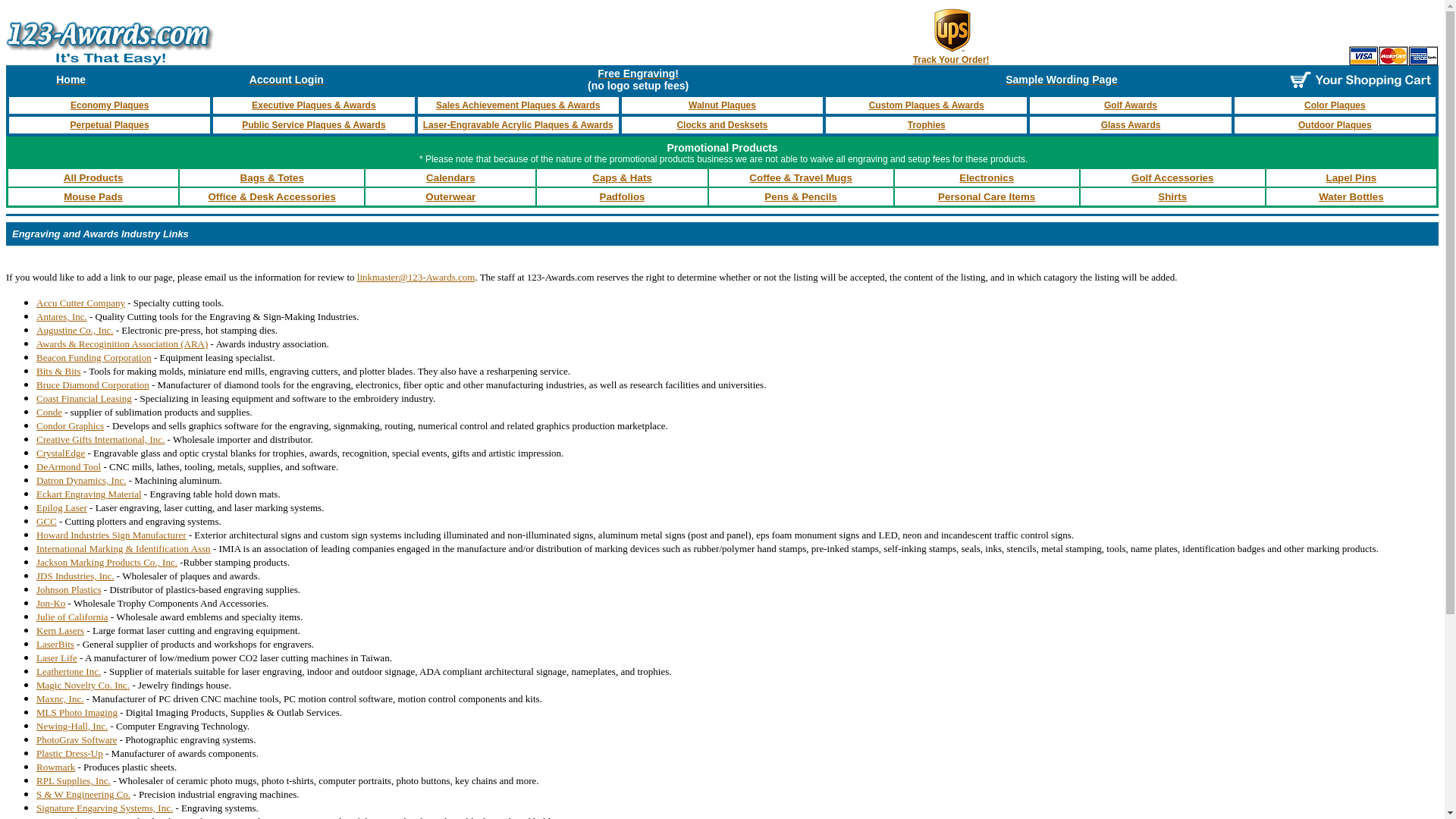 The image size is (1456, 819). I want to click on 'Personal Care Items', so click(986, 196).